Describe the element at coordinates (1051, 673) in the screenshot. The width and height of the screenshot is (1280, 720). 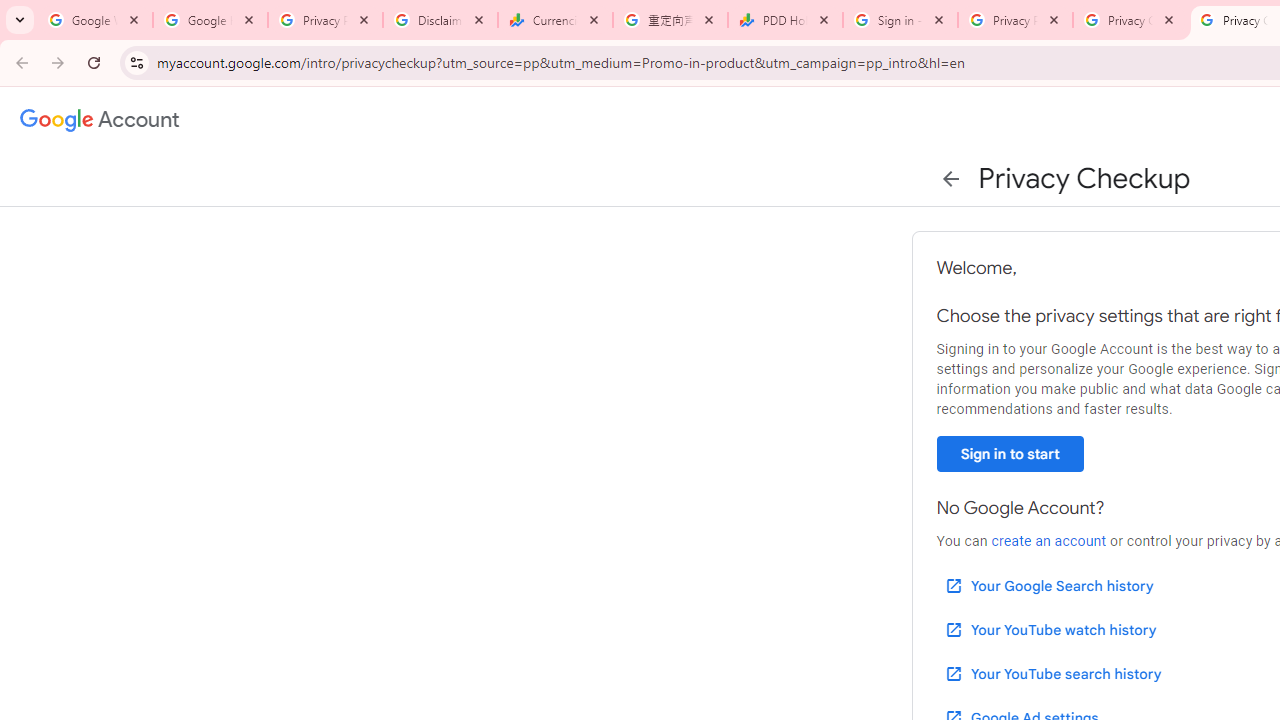
I see `'Your YouTube search history'` at that location.